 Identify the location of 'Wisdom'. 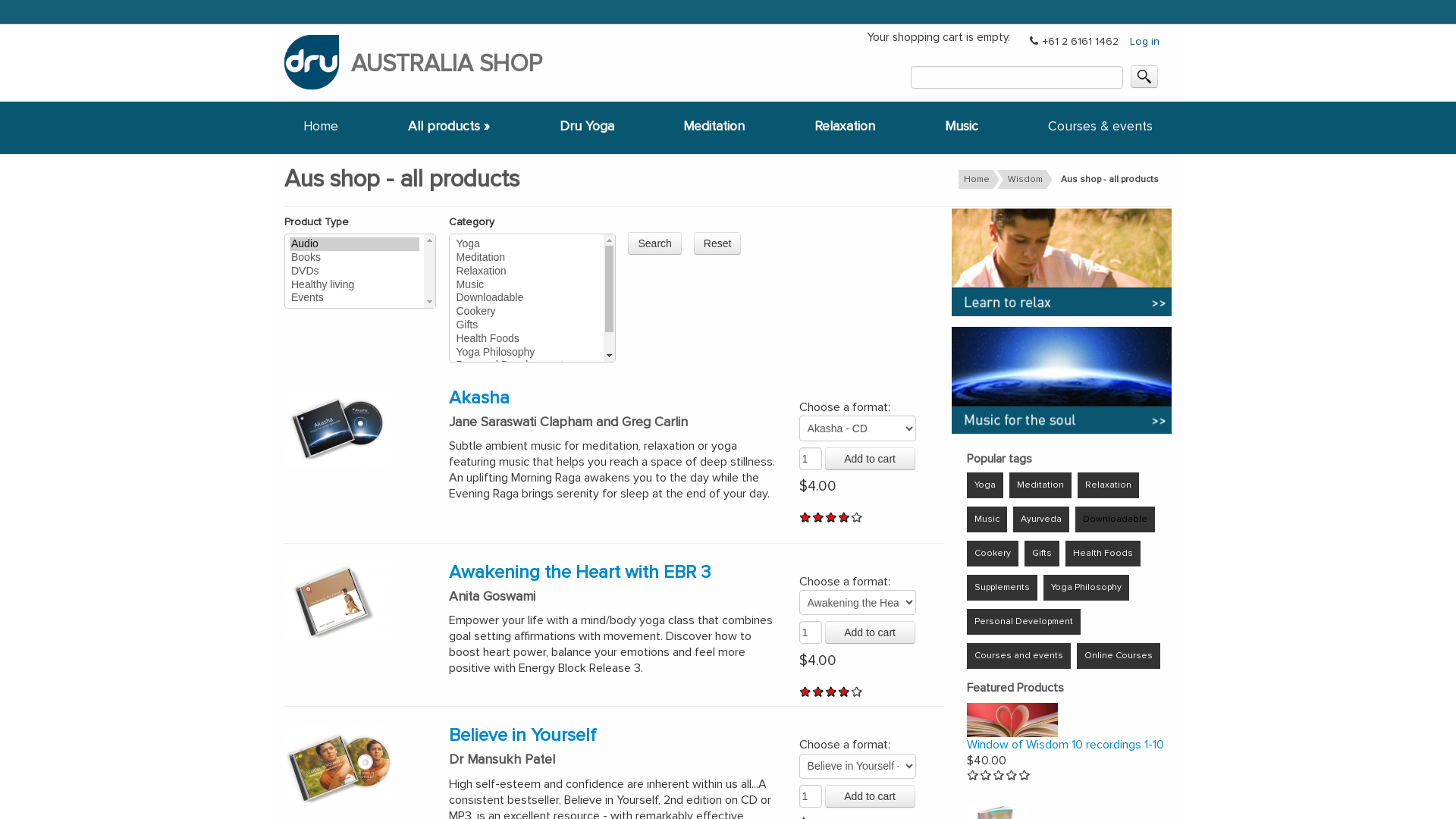
(1023, 178).